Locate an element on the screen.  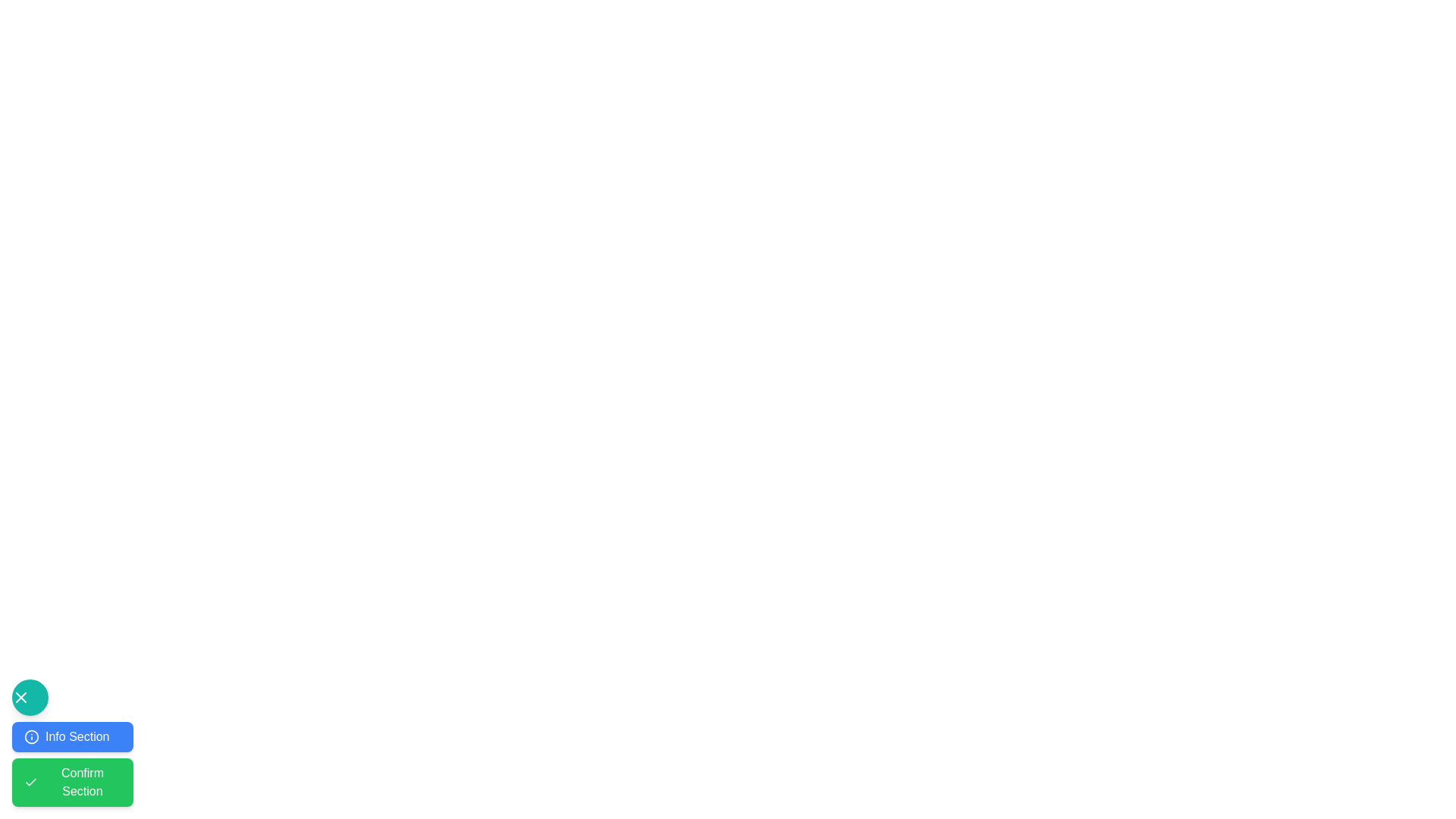
the confirmation button located near the bottom-left corner of the interface, directly below the 'Info Section' button is located at coordinates (72, 783).